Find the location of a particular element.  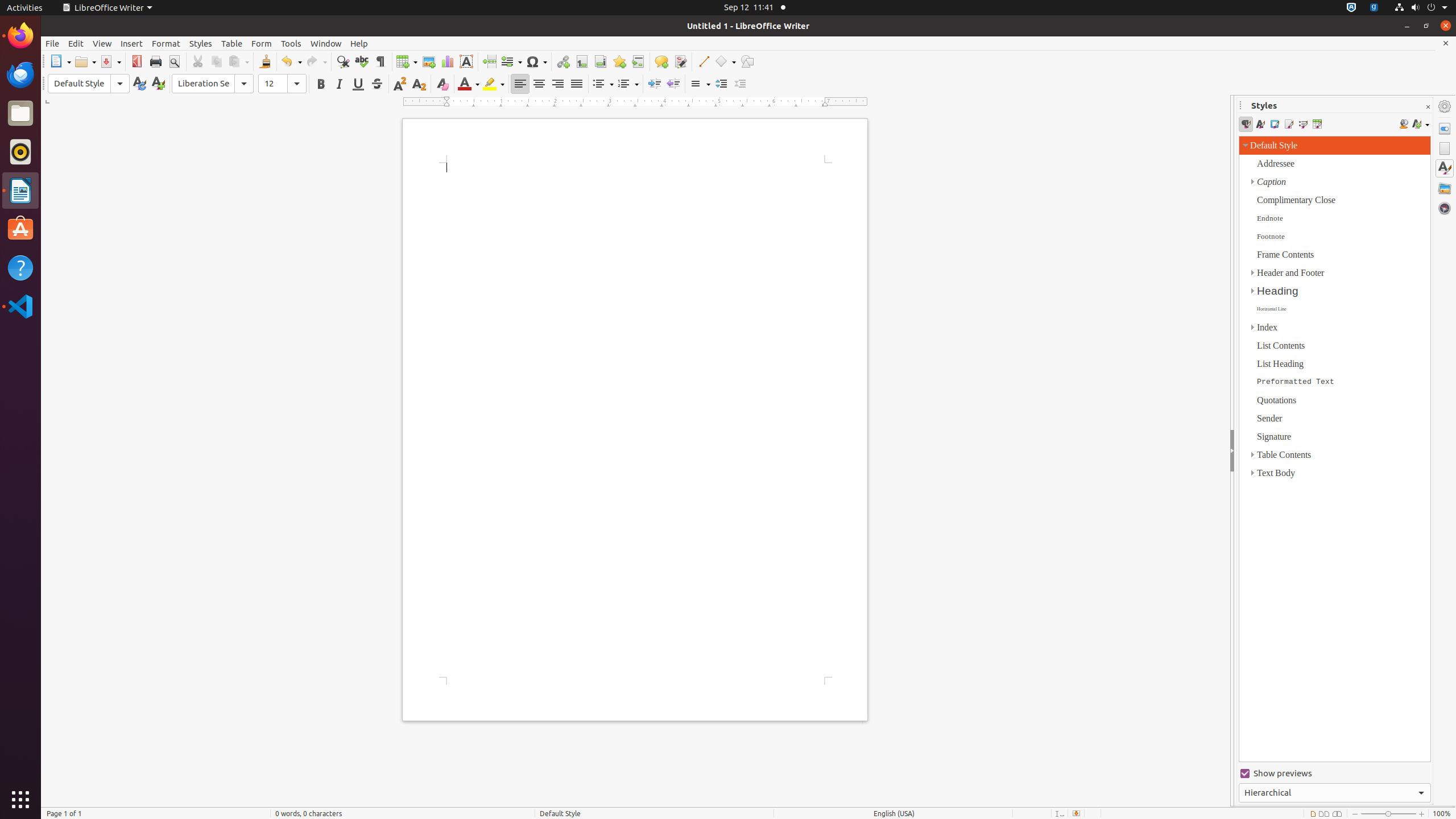

'Print Preview' is located at coordinates (173, 61).